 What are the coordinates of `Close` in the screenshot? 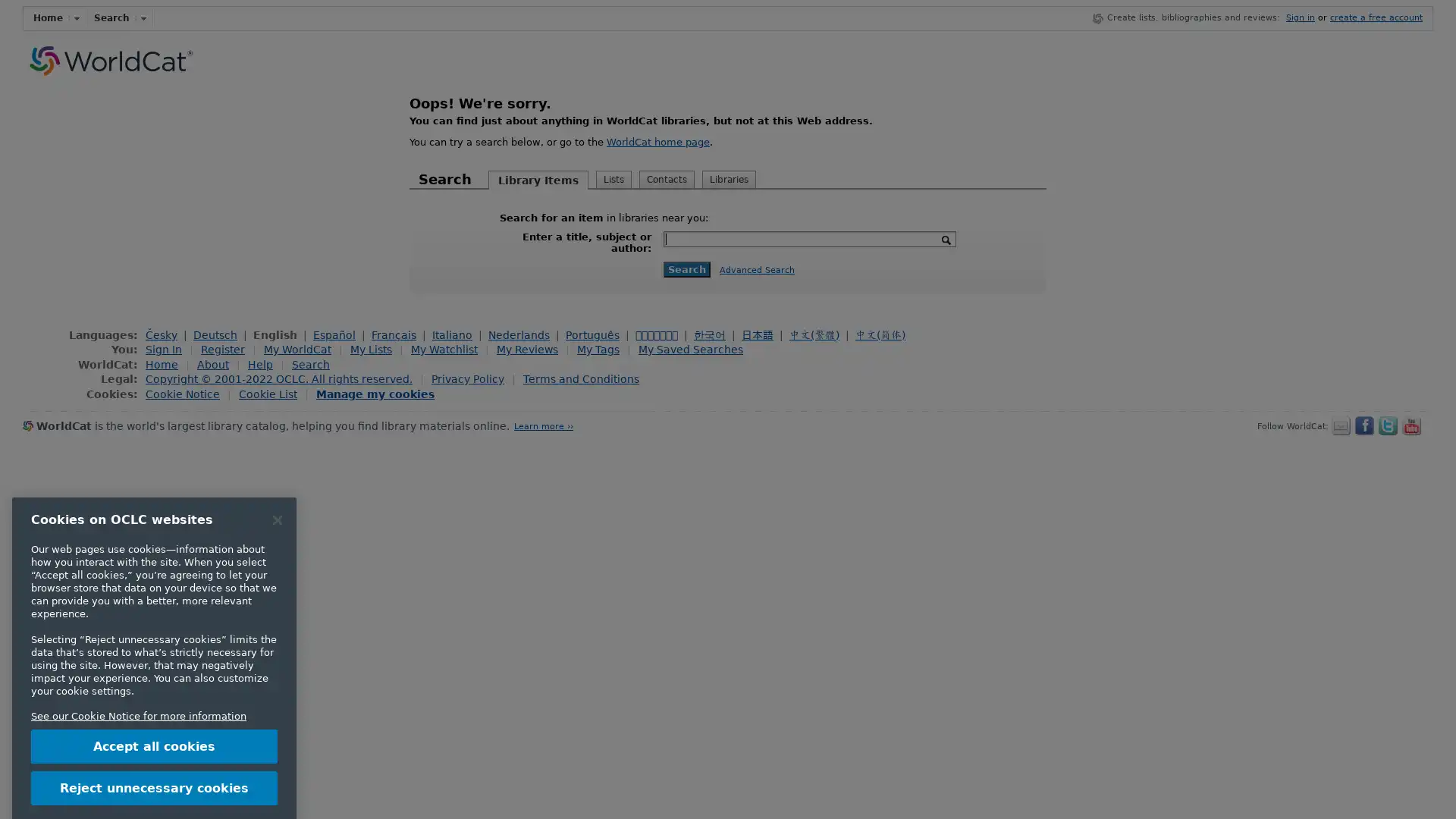 It's located at (277, 452).